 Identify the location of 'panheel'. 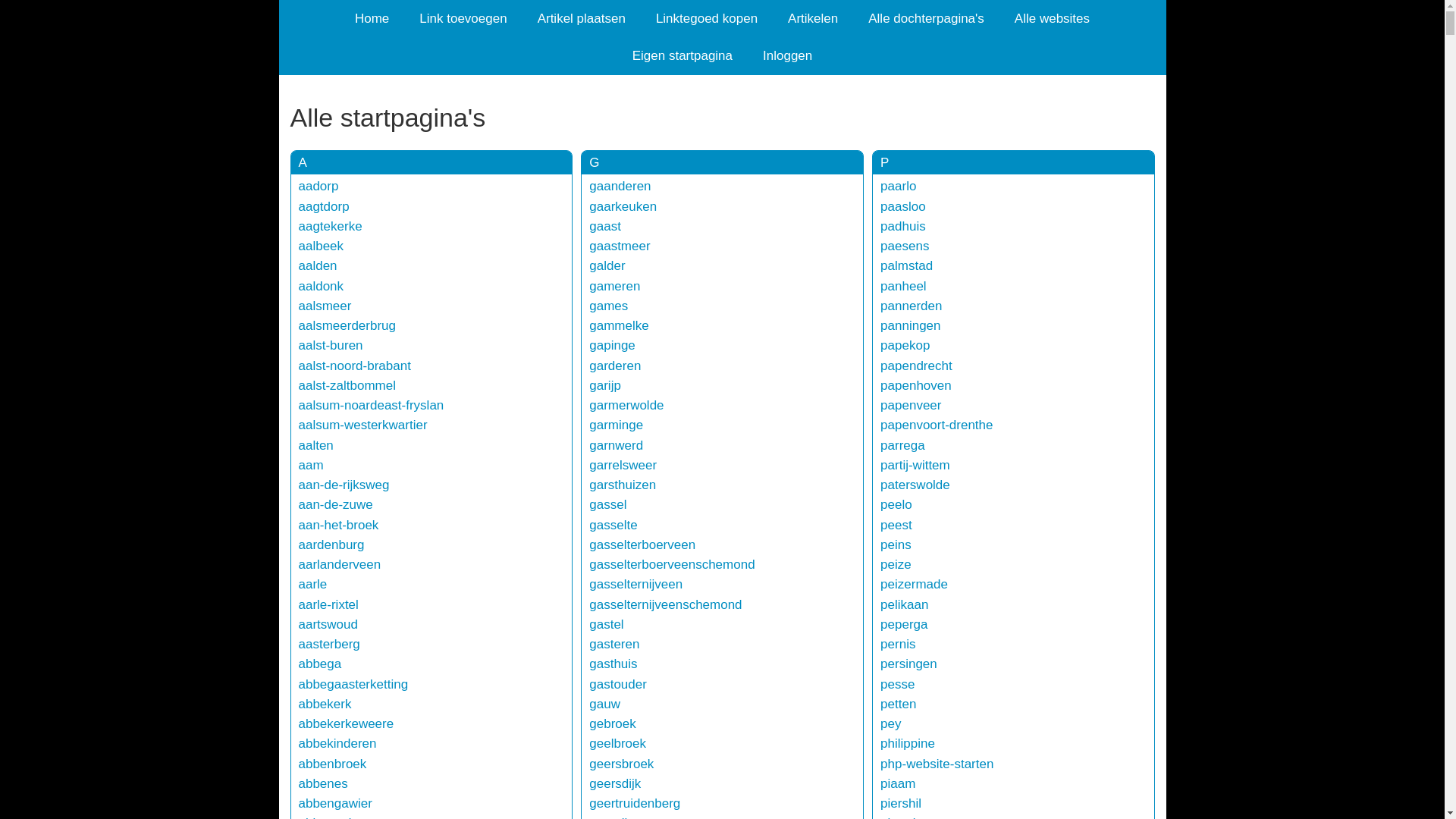
(903, 286).